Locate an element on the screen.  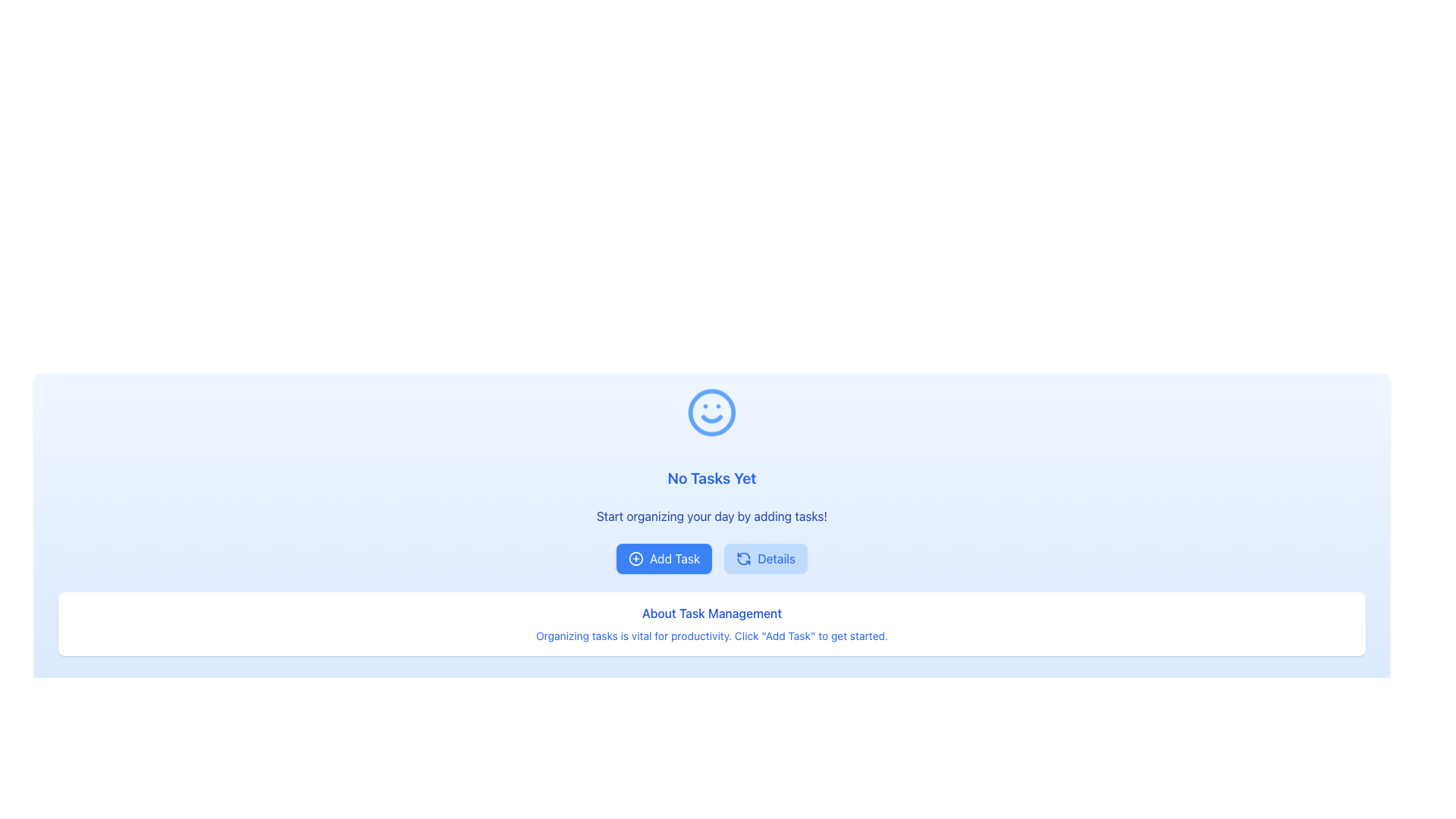
the Text Label located within the button is located at coordinates (776, 558).